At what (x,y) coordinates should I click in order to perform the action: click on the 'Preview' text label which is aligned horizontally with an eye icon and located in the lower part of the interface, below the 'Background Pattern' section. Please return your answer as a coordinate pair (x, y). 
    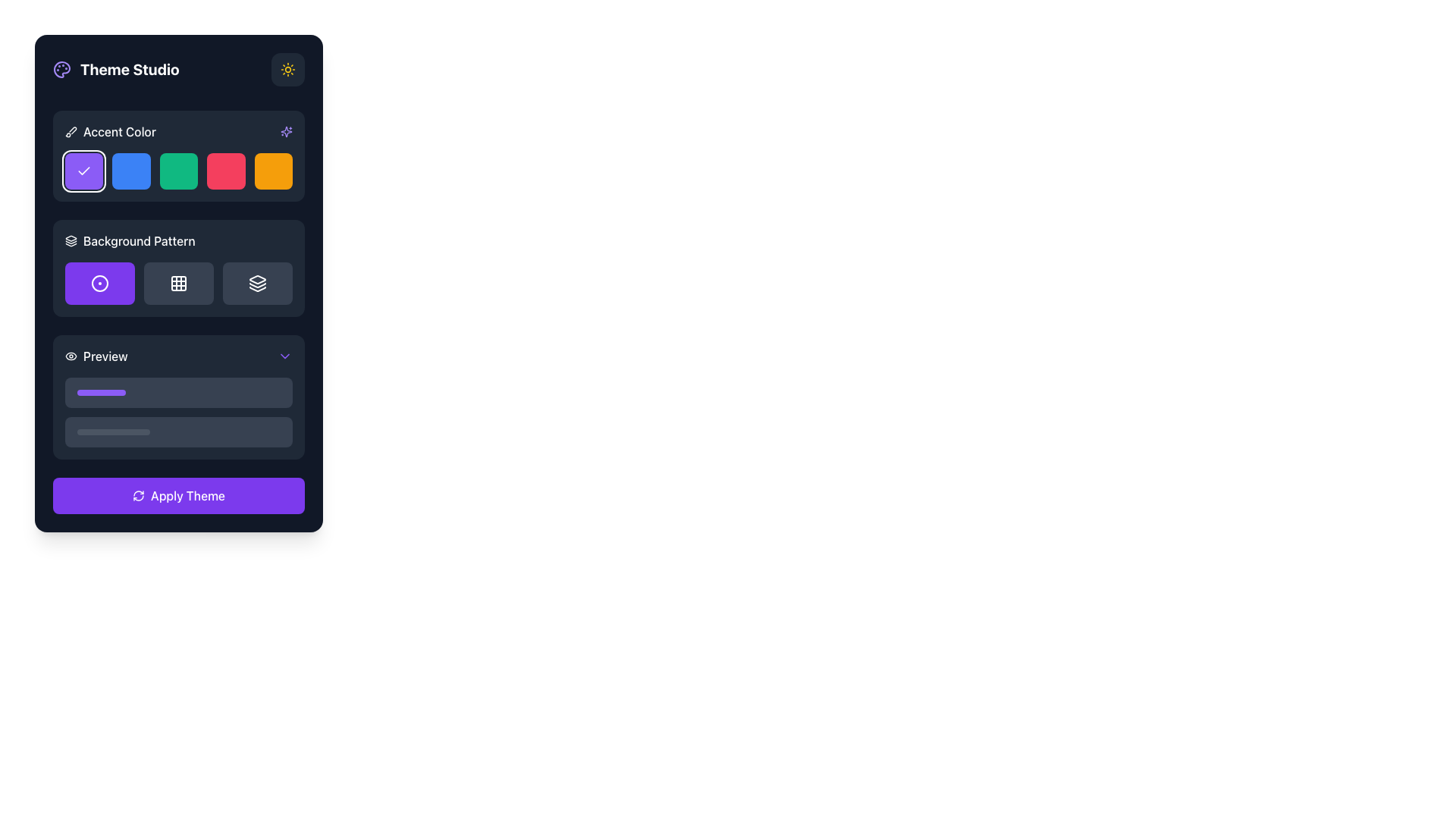
    Looking at the image, I should click on (105, 356).